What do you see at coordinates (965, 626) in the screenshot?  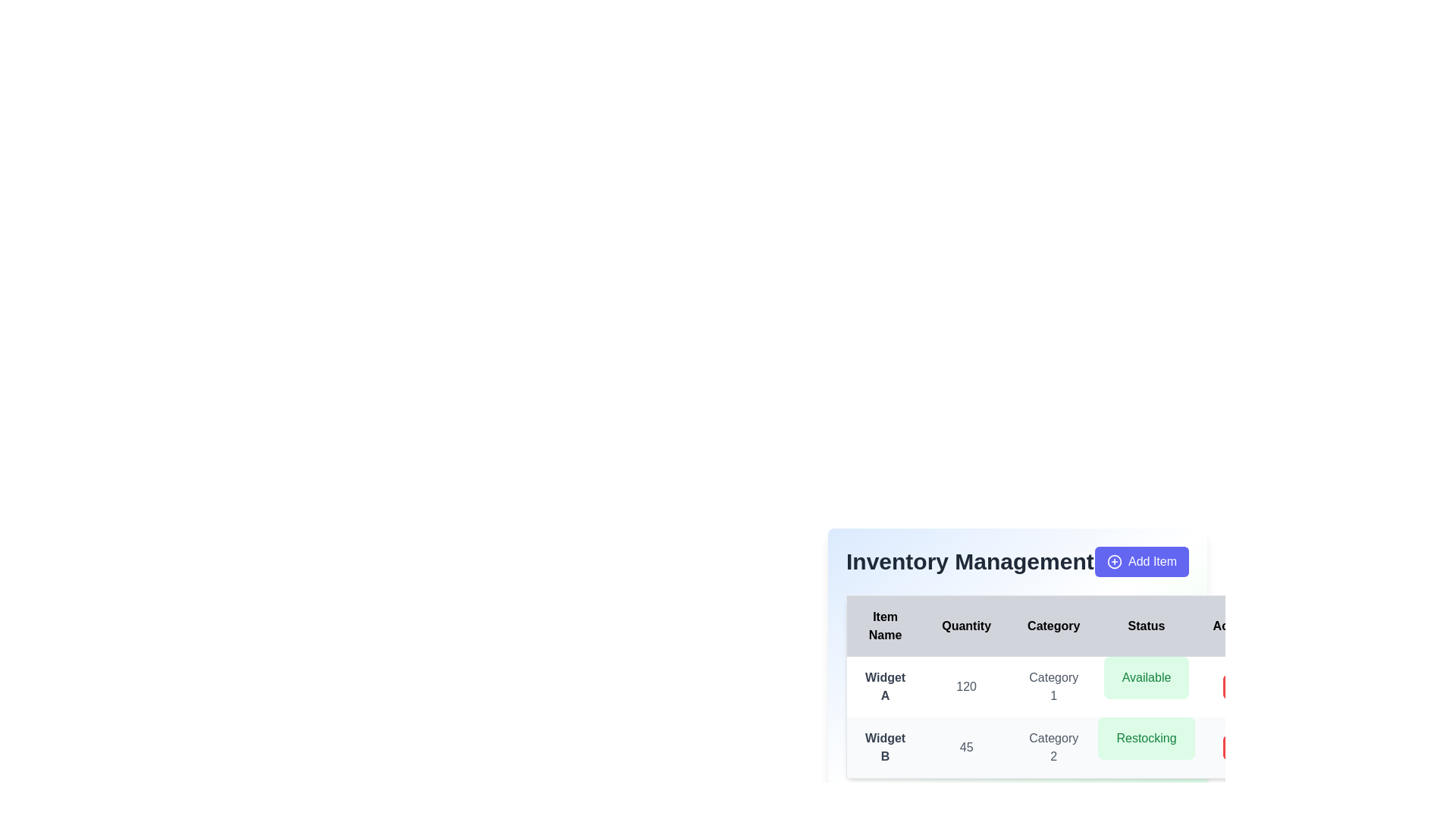 I see `the 'Quantity' column header cell in the Inventory Management table, which is positioned between 'Item Name' and 'Category'` at bounding box center [965, 626].